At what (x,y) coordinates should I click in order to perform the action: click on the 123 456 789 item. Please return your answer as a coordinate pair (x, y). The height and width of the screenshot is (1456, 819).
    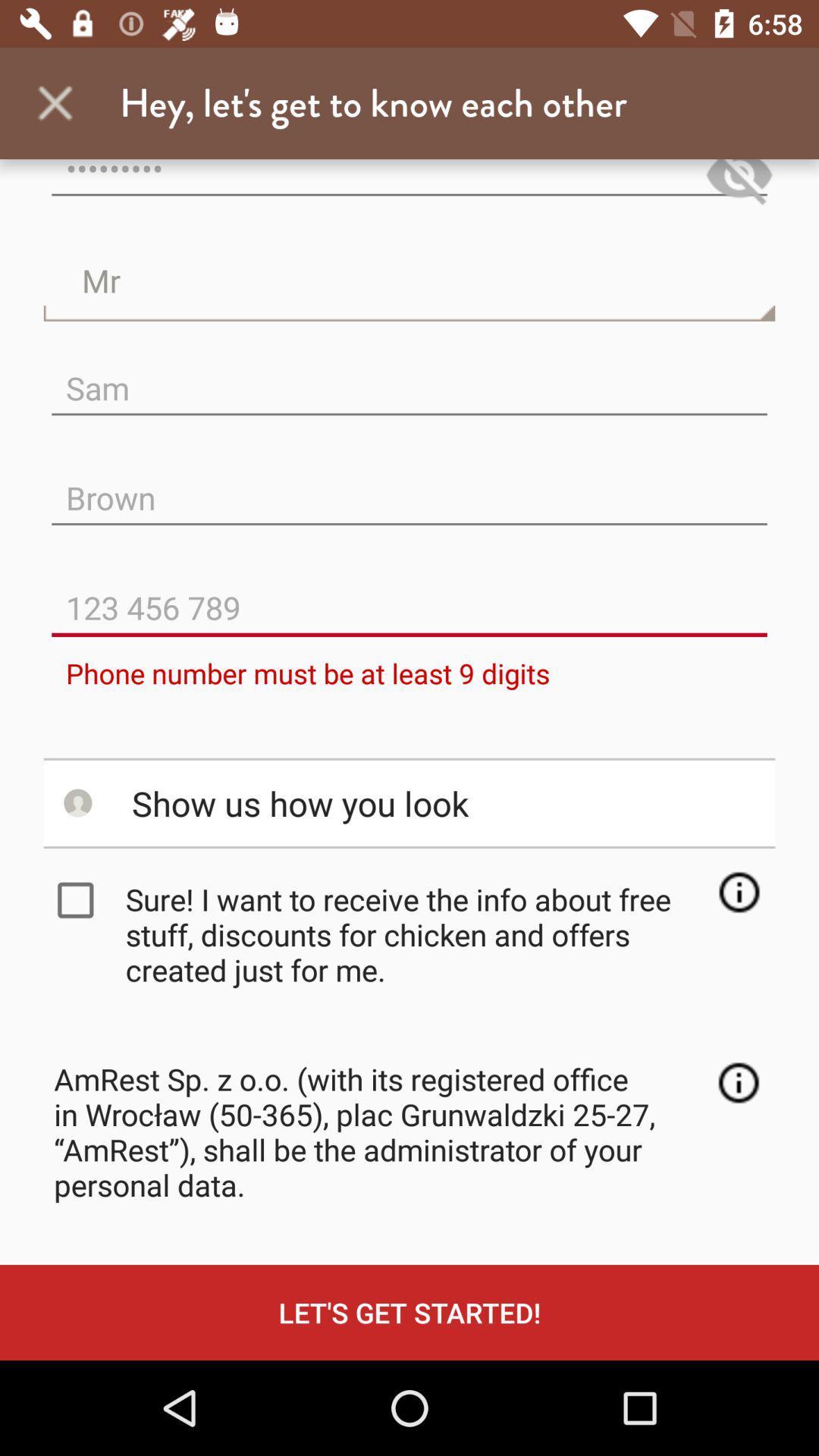
    Looking at the image, I should click on (409, 595).